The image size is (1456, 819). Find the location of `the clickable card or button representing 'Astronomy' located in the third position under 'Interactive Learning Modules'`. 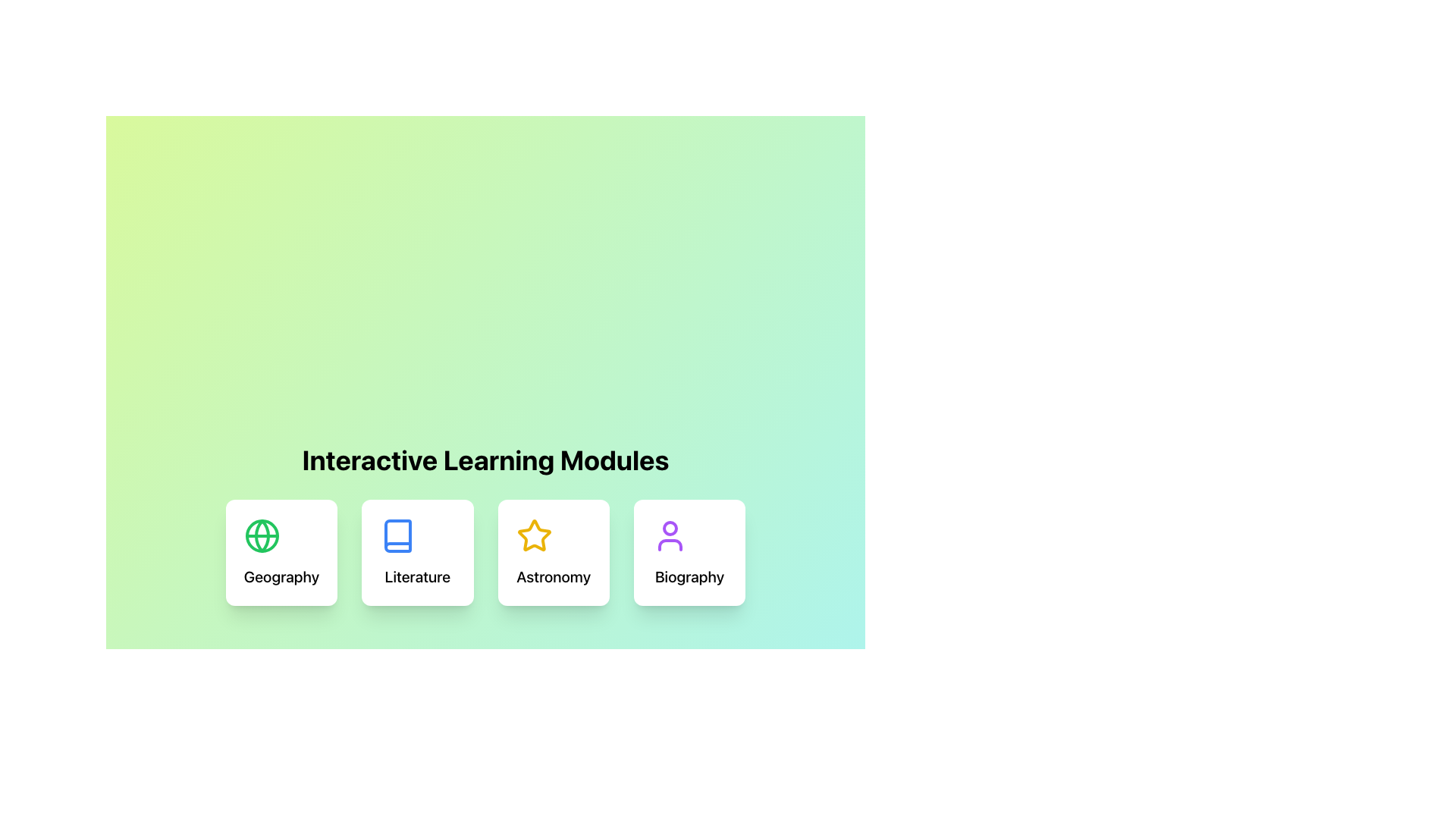

the clickable card or button representing 'Astronomy' located in the third position under 'Interactive Learning Modules' is located at coordinates (553, 553).